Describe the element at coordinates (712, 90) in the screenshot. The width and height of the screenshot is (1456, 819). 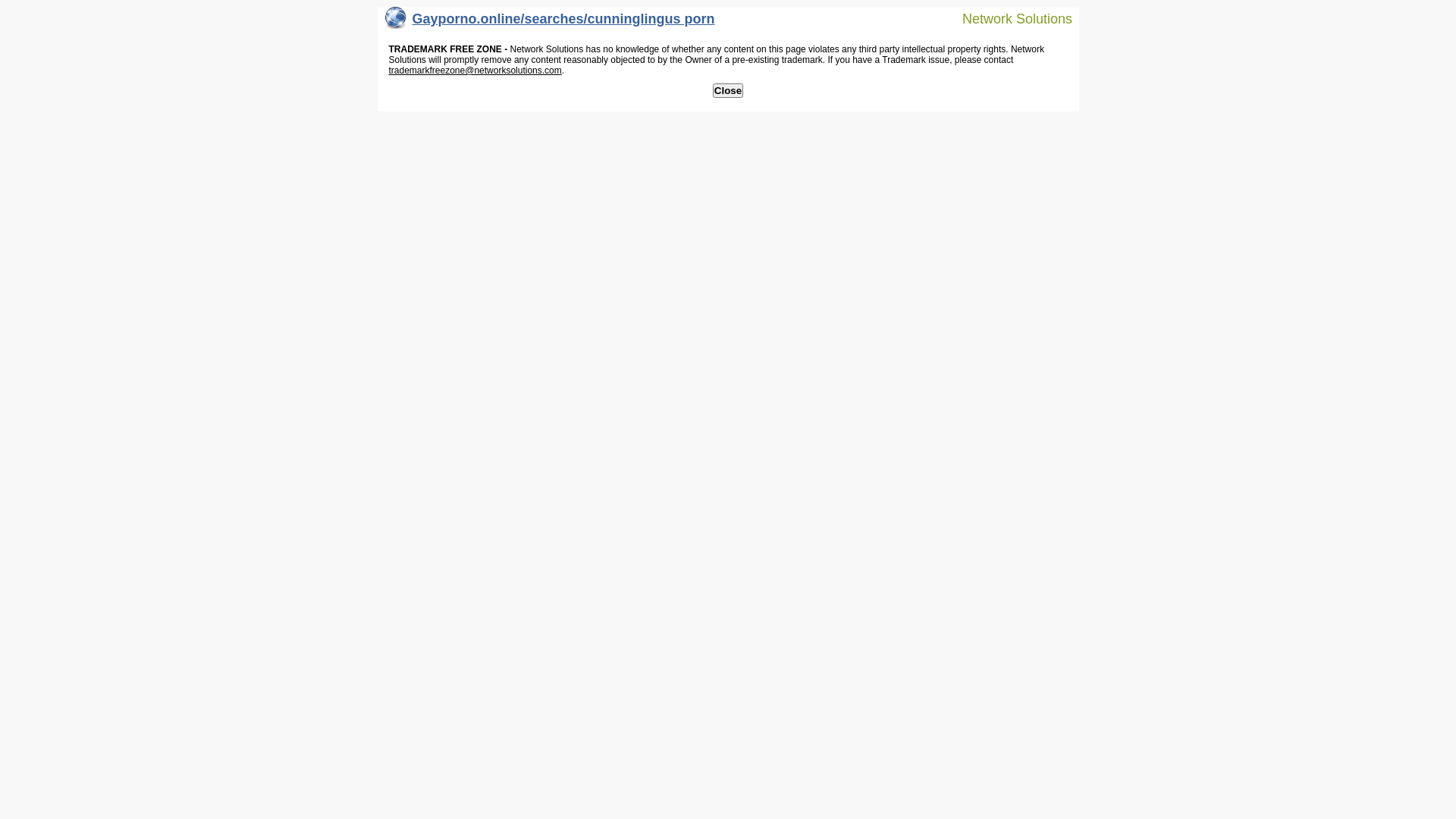
I see `'Close'` at that location.